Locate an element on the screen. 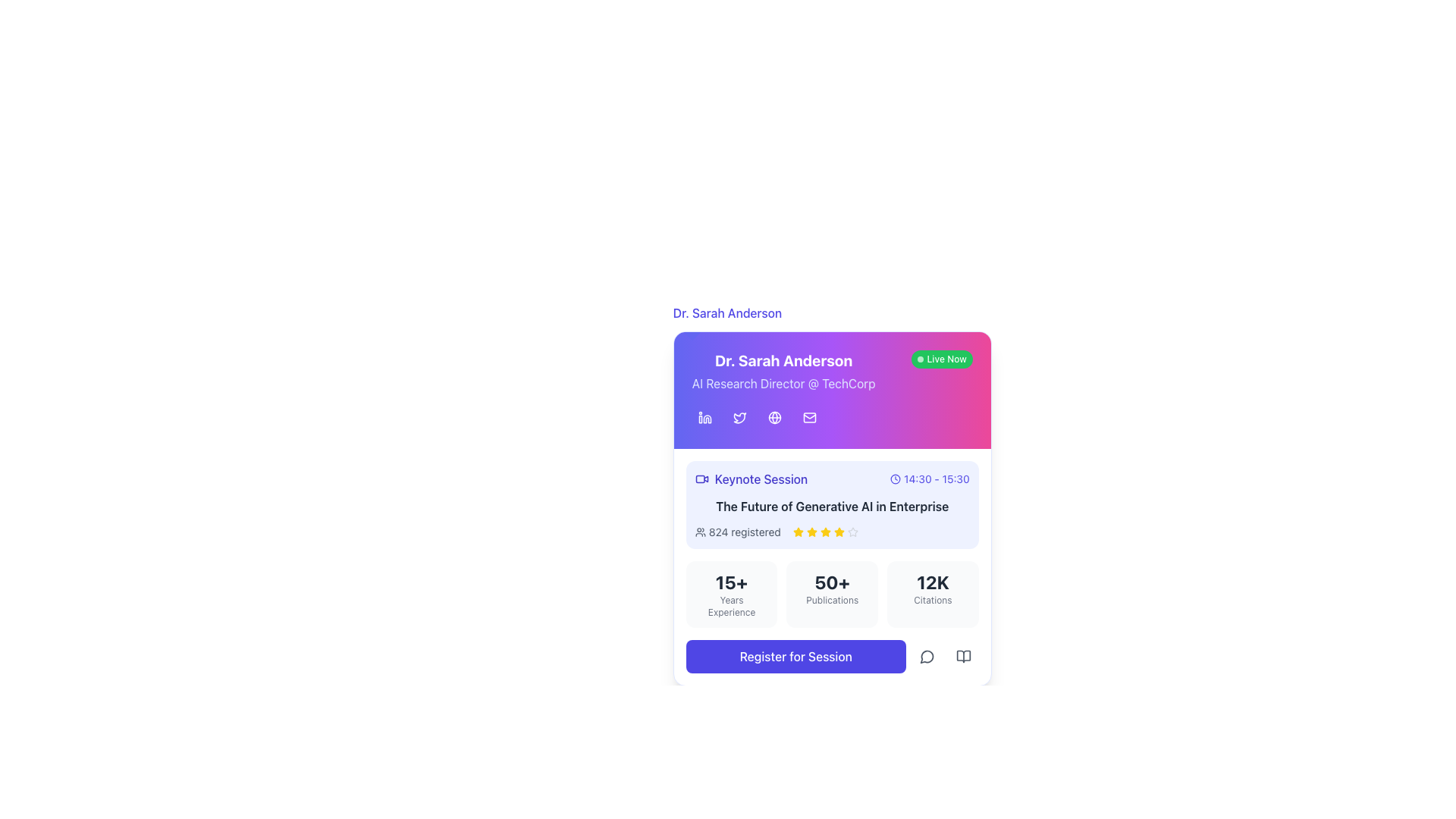 The height and width of the screenshot is (819, 1456). the small clock icon with a circular outline located to the left of the text '14:30 - 15:30' in the upper right section of the keynote session card is located at coordinates (896, 479).